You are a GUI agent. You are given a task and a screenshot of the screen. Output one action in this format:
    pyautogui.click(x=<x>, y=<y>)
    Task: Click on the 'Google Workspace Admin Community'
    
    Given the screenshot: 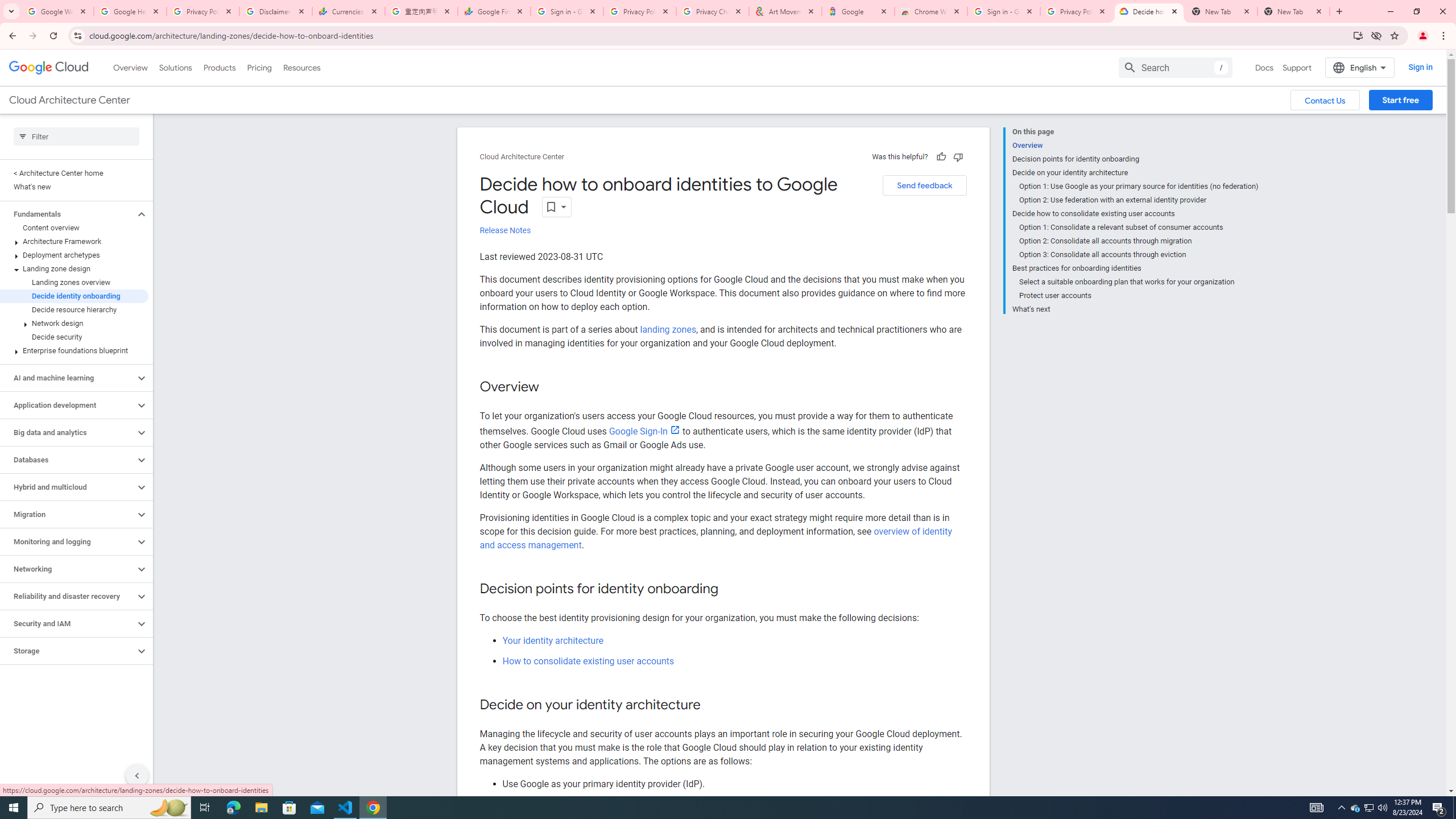 What is the action you would take?
    pyautogui.click(x=57, y=11)
    